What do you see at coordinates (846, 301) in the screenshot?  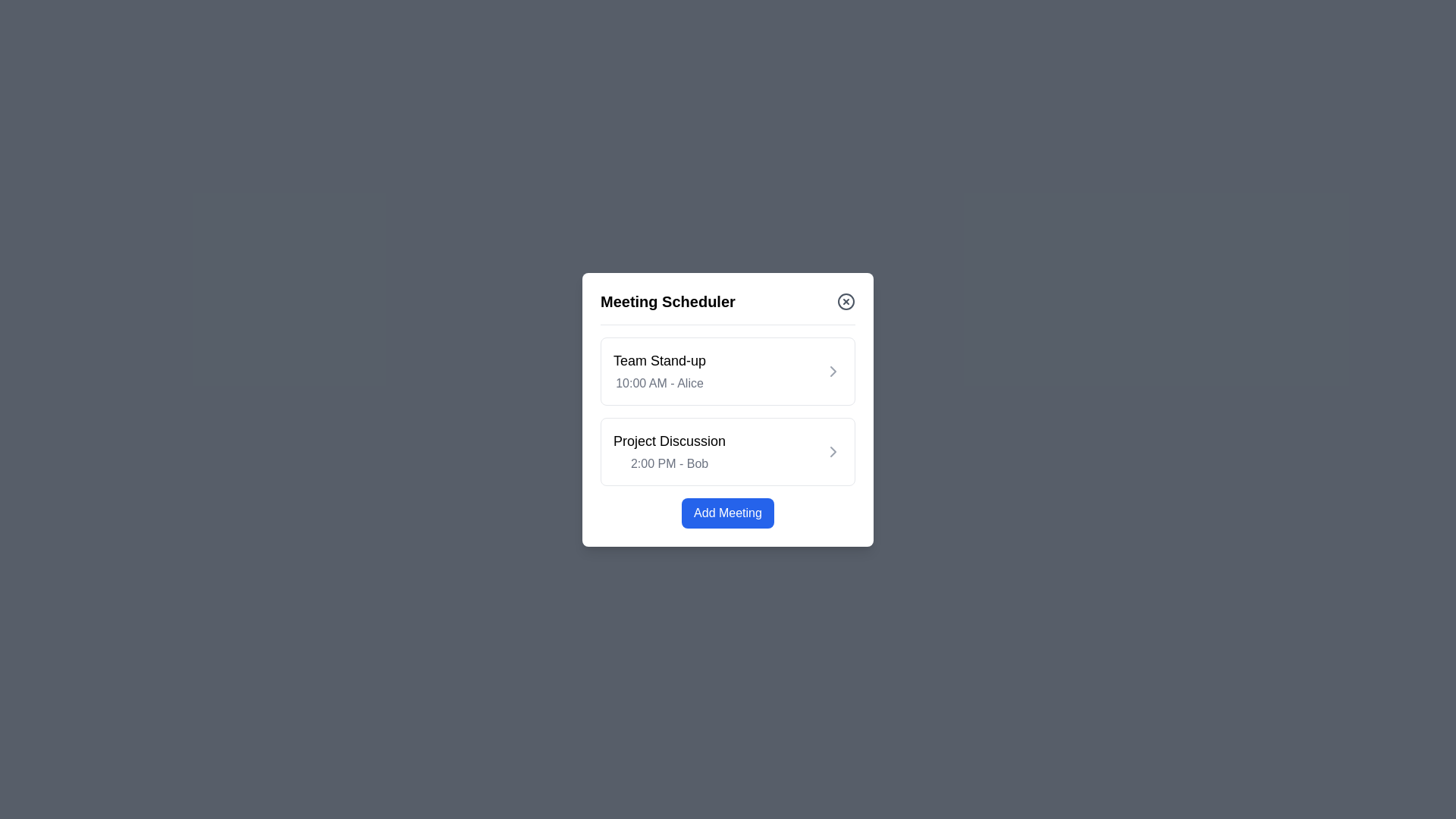 I see `the close button icon resembling a circle with an 'X' inside, located in the top-right corner of the 'Meeting Scheduler' section` at bounding box center [846, 301].